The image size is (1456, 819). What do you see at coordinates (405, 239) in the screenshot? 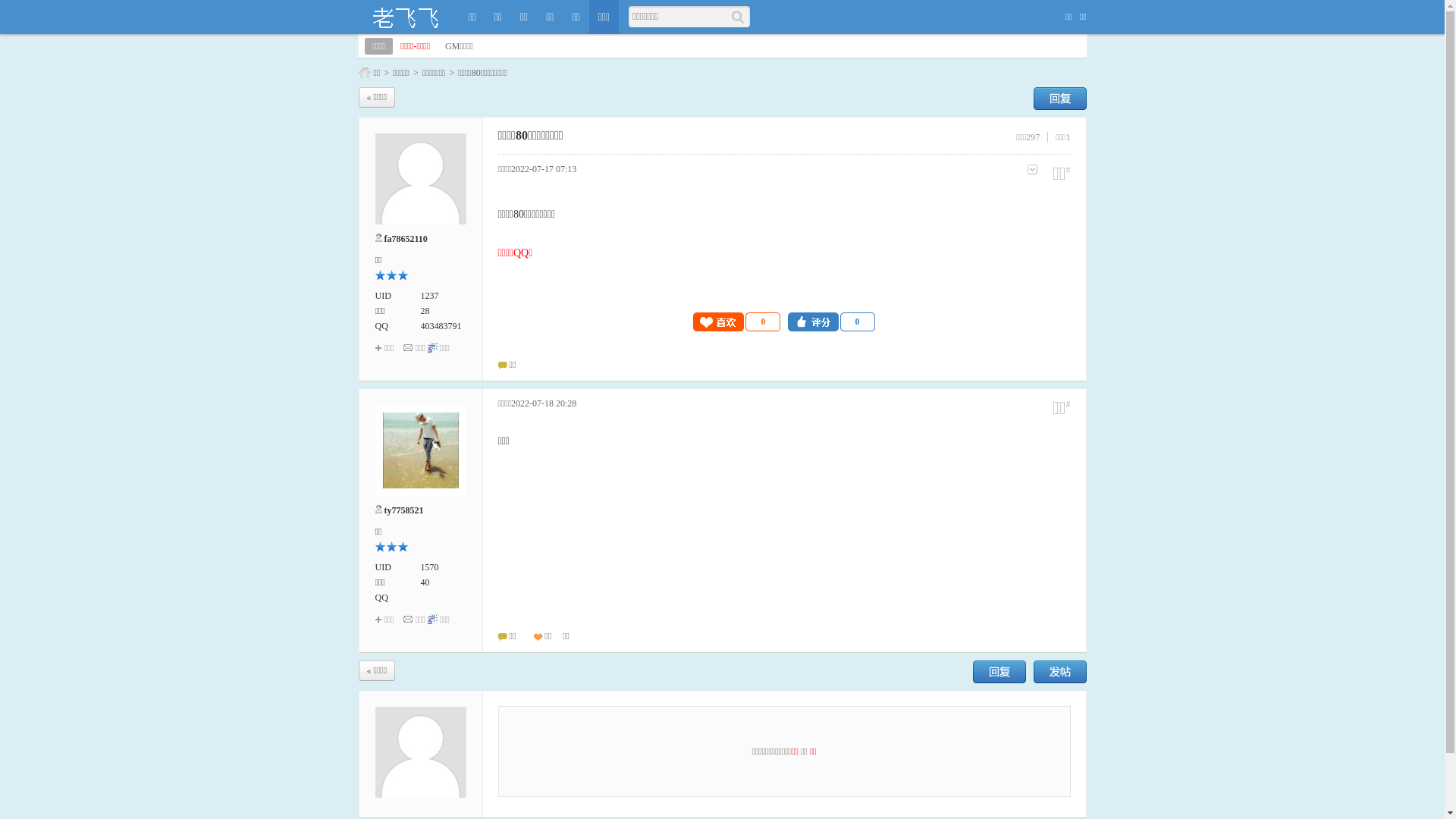
I see `'fa78652110'` at bounding box center [405, 239].